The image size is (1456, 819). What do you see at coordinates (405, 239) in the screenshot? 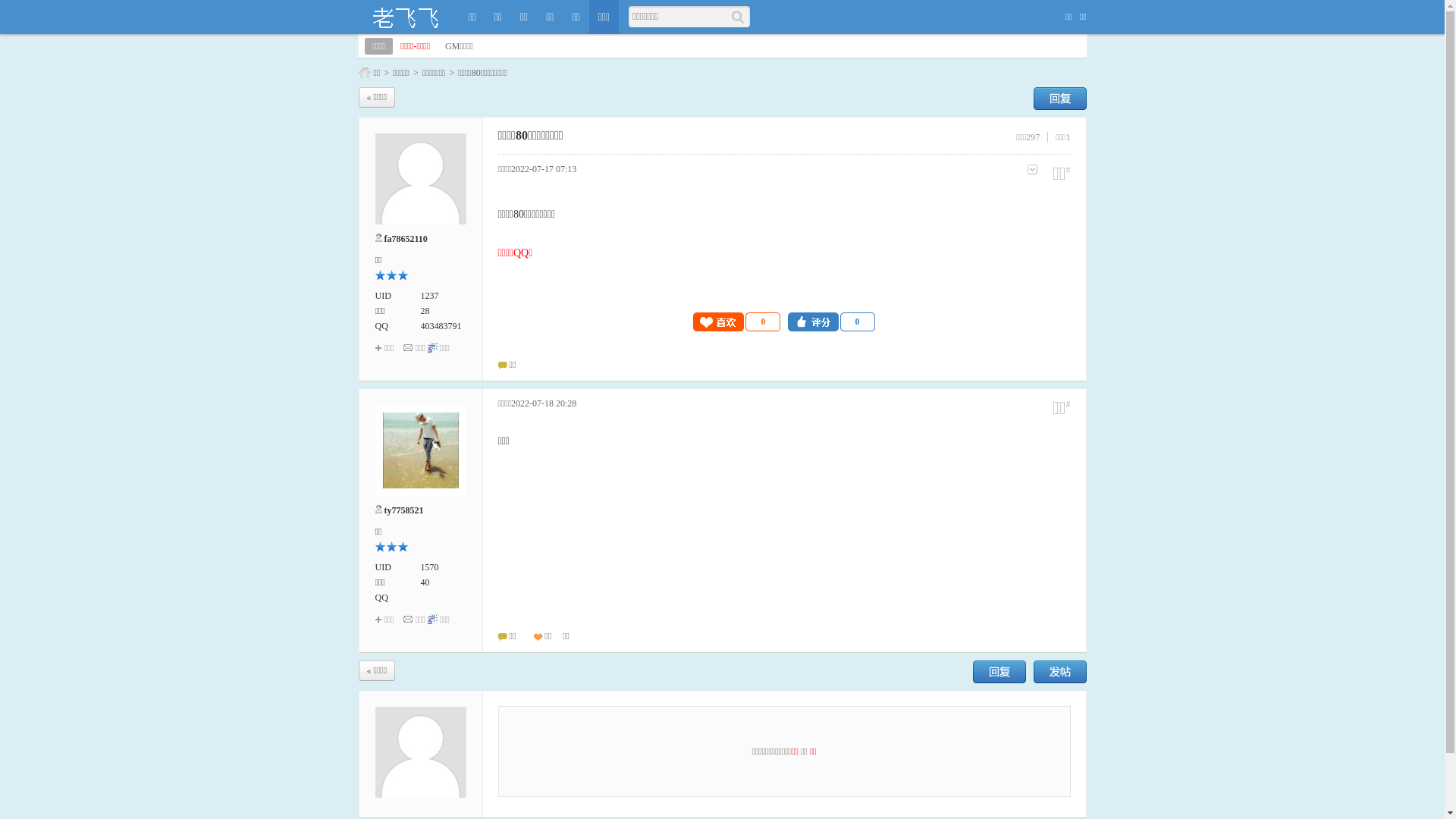
I see `'fa78652110'` at bounding box center [405, 239].